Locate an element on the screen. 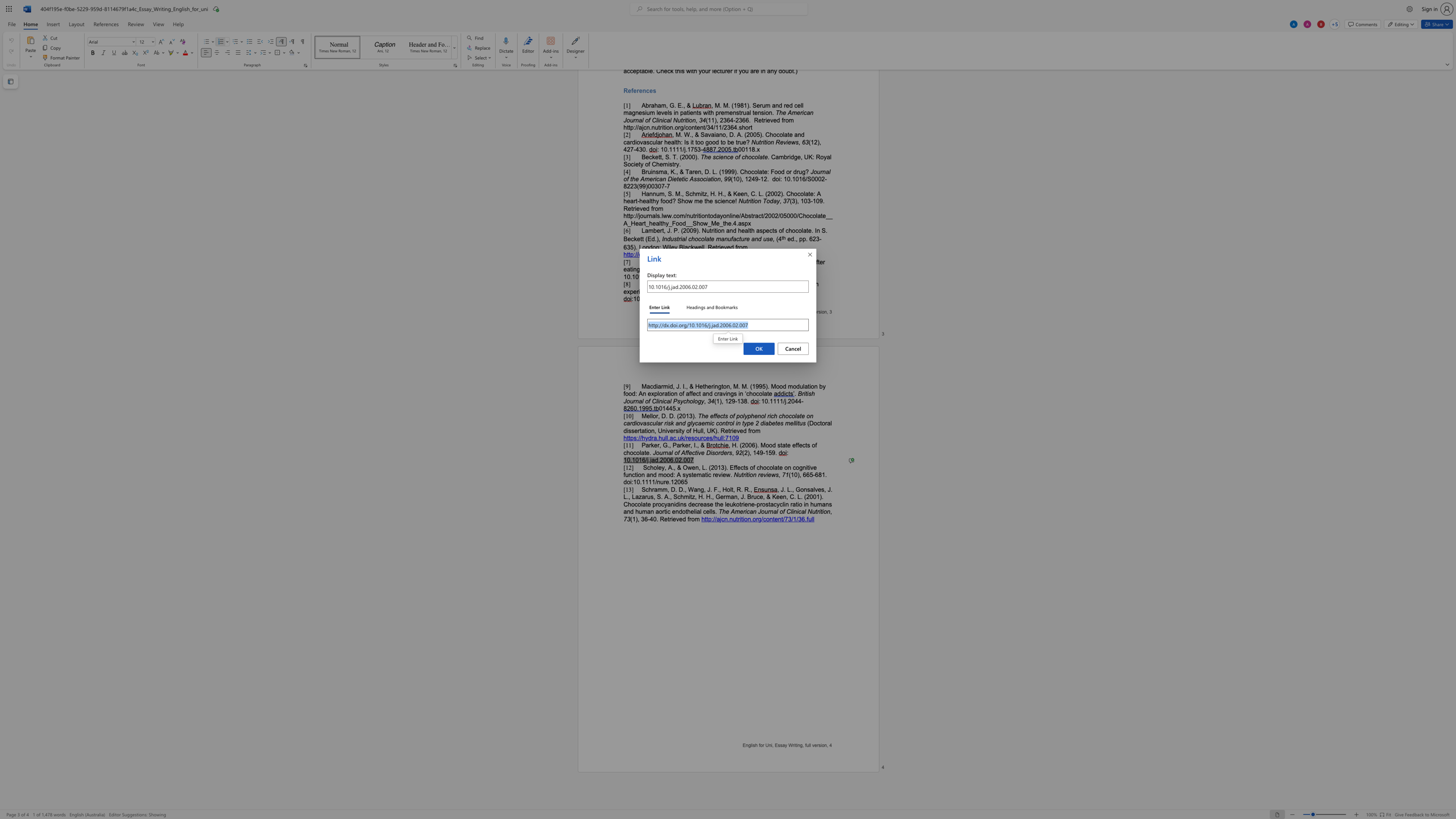  the space between the continuous character "n" and "i" in the text is located at coordinates (770, 745).